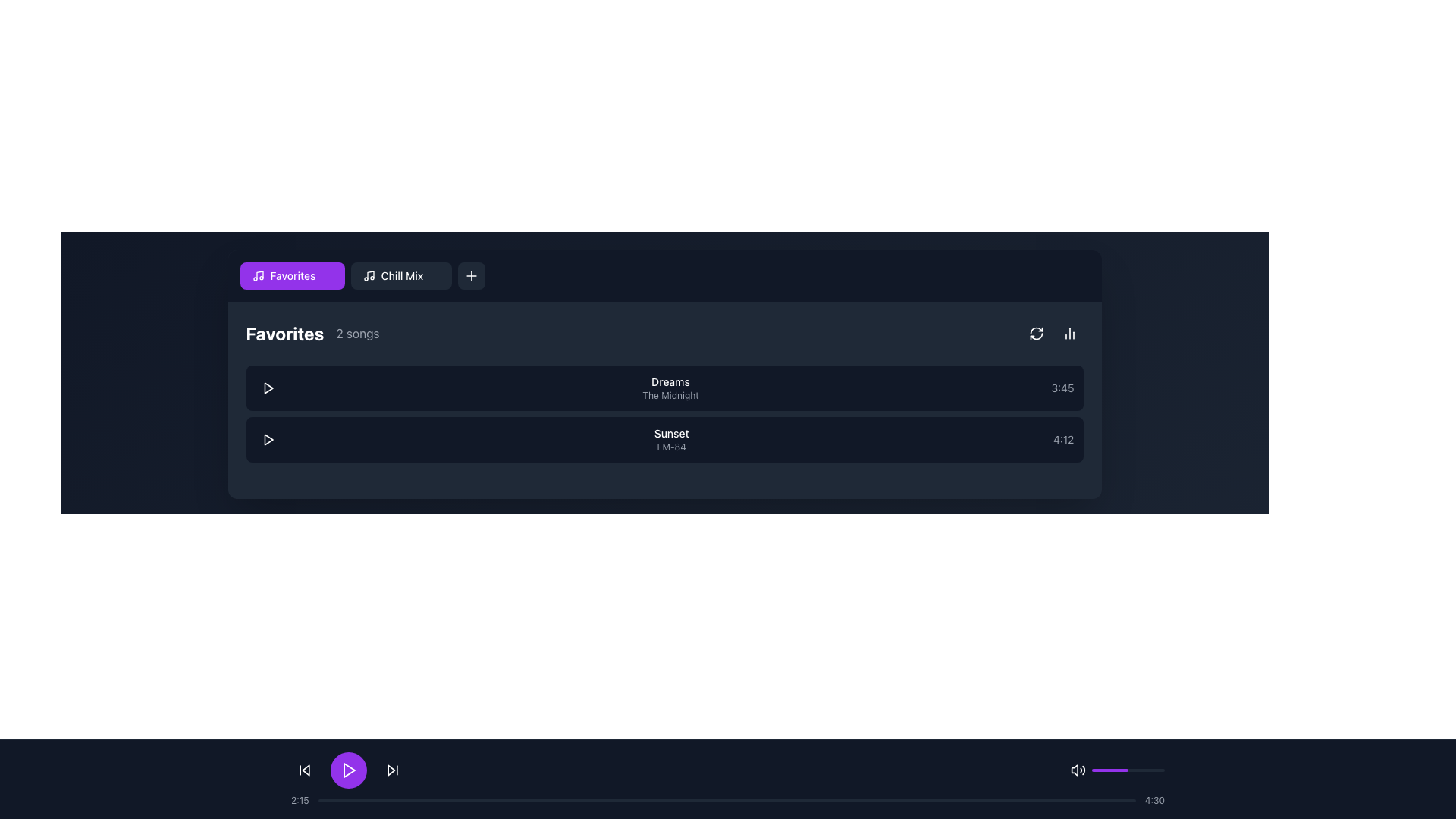 This screenshot has height=819, width=1456. Describe the element at coordinates (268, 439) in the screenshot. I see `the play button associated with the music track labeled 'Sunset - FM-84' to play the track` at that location.